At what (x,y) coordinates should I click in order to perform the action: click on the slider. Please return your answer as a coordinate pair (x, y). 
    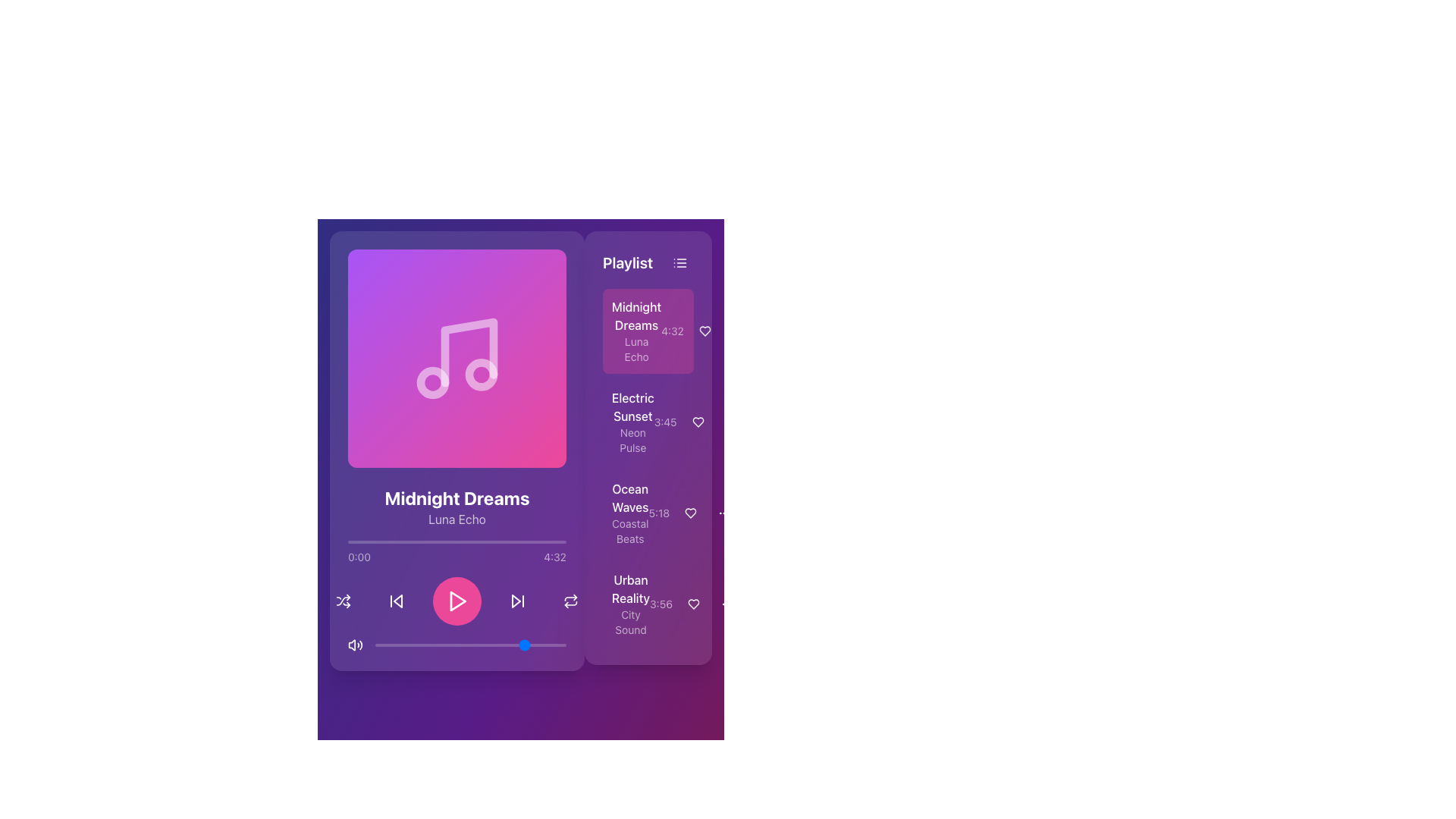
    Looking at the image, I should click on (522, 645).